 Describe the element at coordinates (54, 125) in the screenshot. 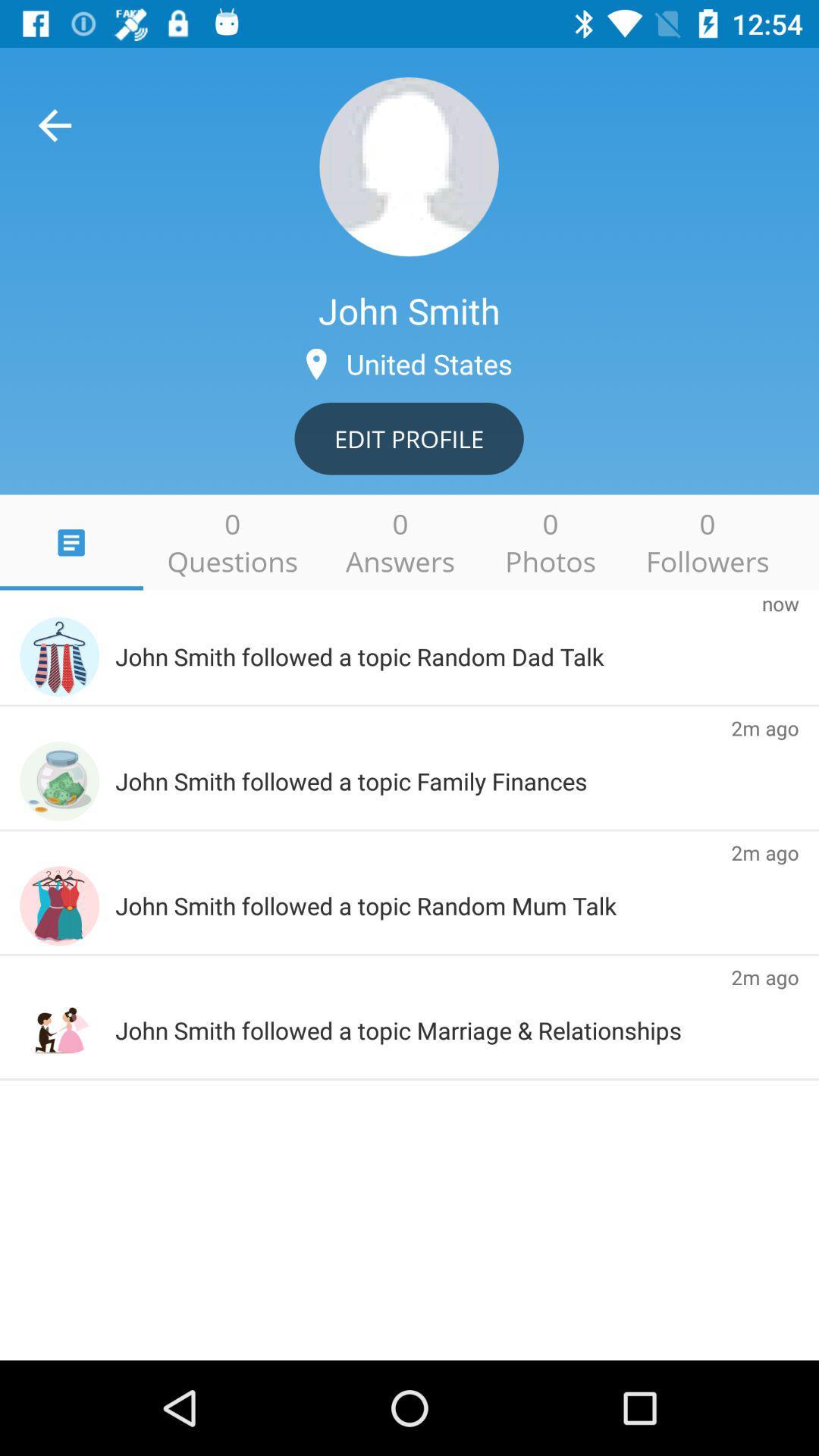

I see `the arrow_backward icon` at that location.